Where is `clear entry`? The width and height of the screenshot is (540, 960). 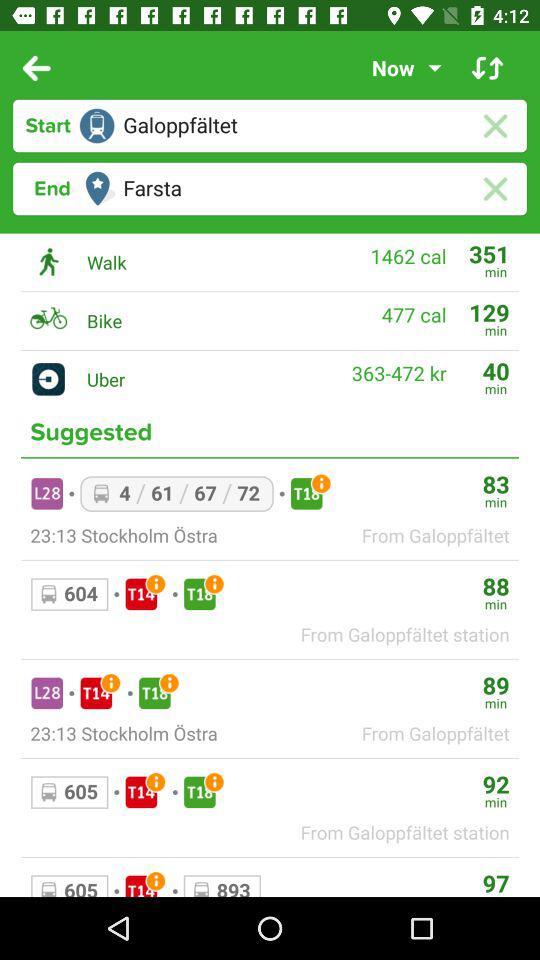
clear entry is located at coordinates (494, 189).